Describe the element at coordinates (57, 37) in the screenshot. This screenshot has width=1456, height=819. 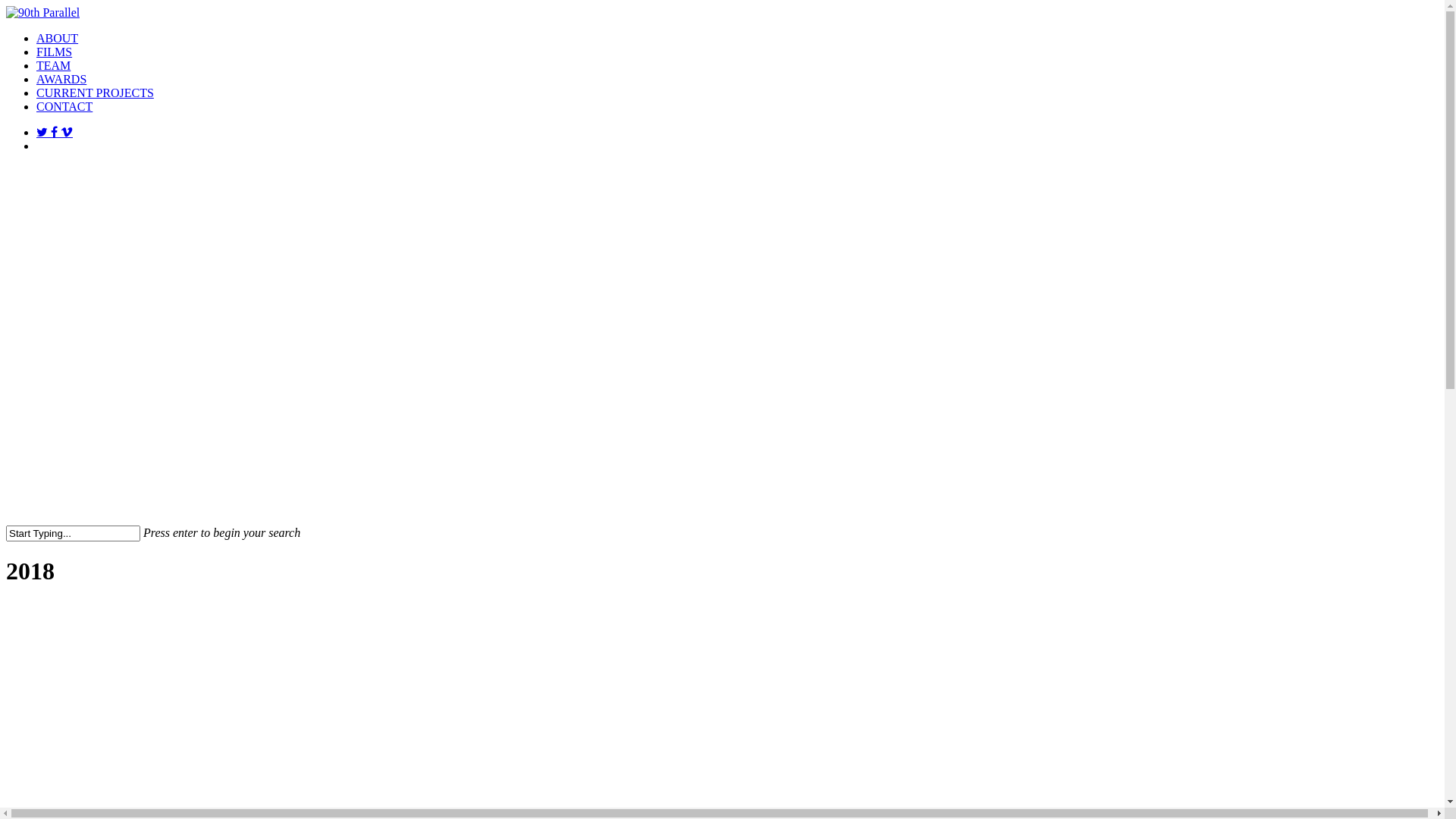
I see `'ABOUT'` at that location.